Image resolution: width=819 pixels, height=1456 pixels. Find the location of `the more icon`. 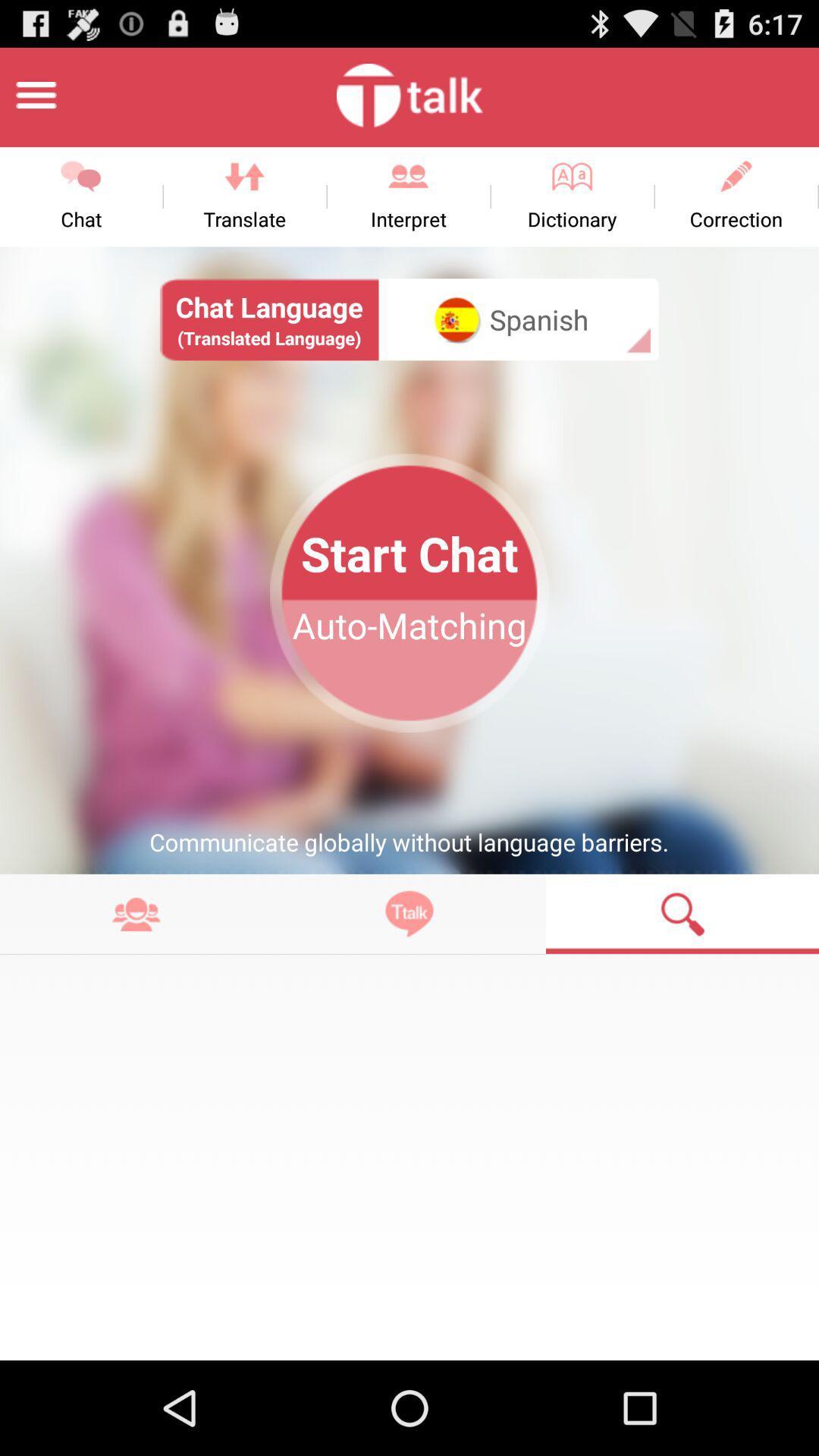

the more icon is located at coordinates (136, 977).